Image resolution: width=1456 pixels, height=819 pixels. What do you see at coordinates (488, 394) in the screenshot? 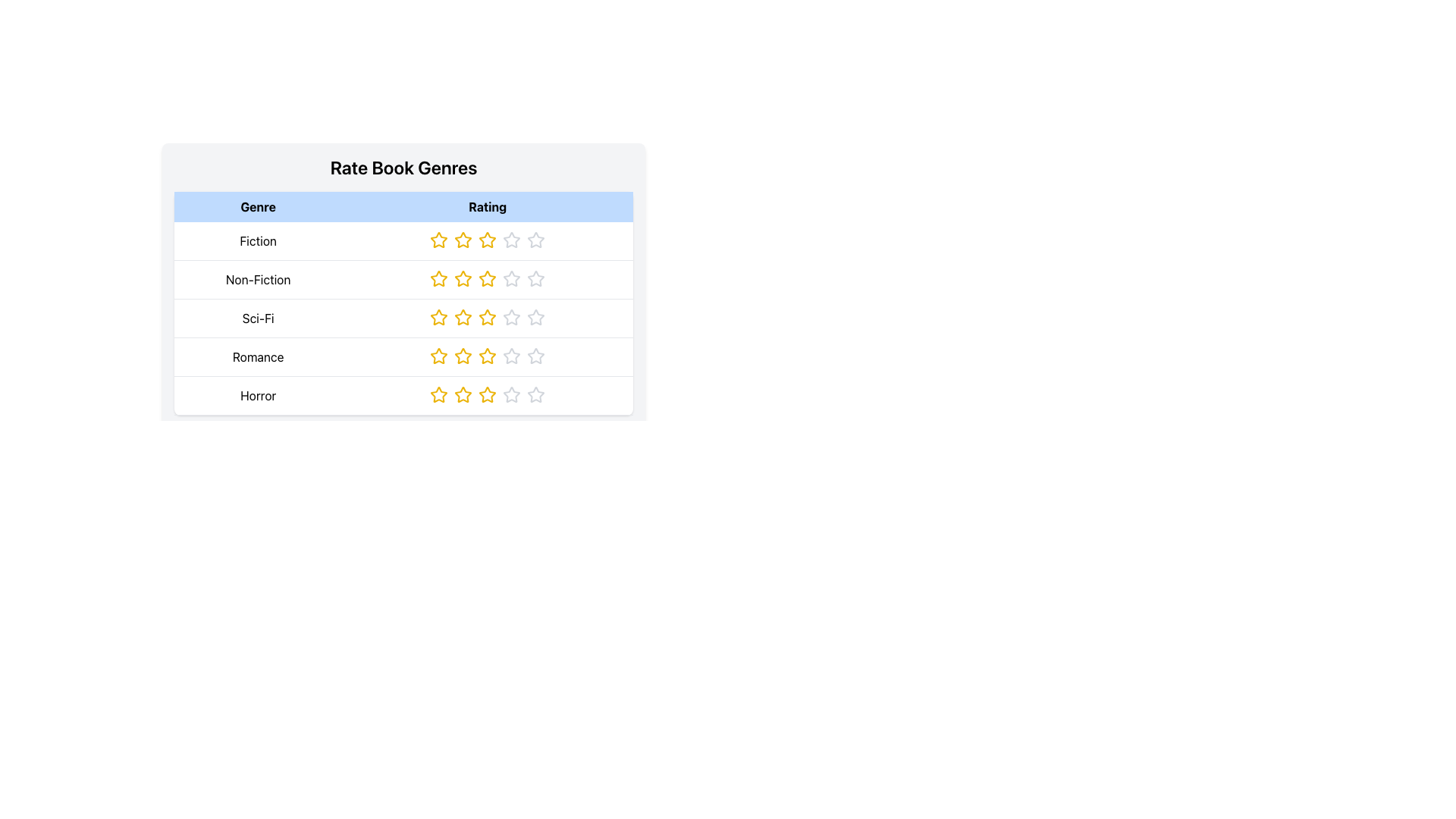
I see `the third rating star for the 'Horror' genre` at bounding box center [488, 394].